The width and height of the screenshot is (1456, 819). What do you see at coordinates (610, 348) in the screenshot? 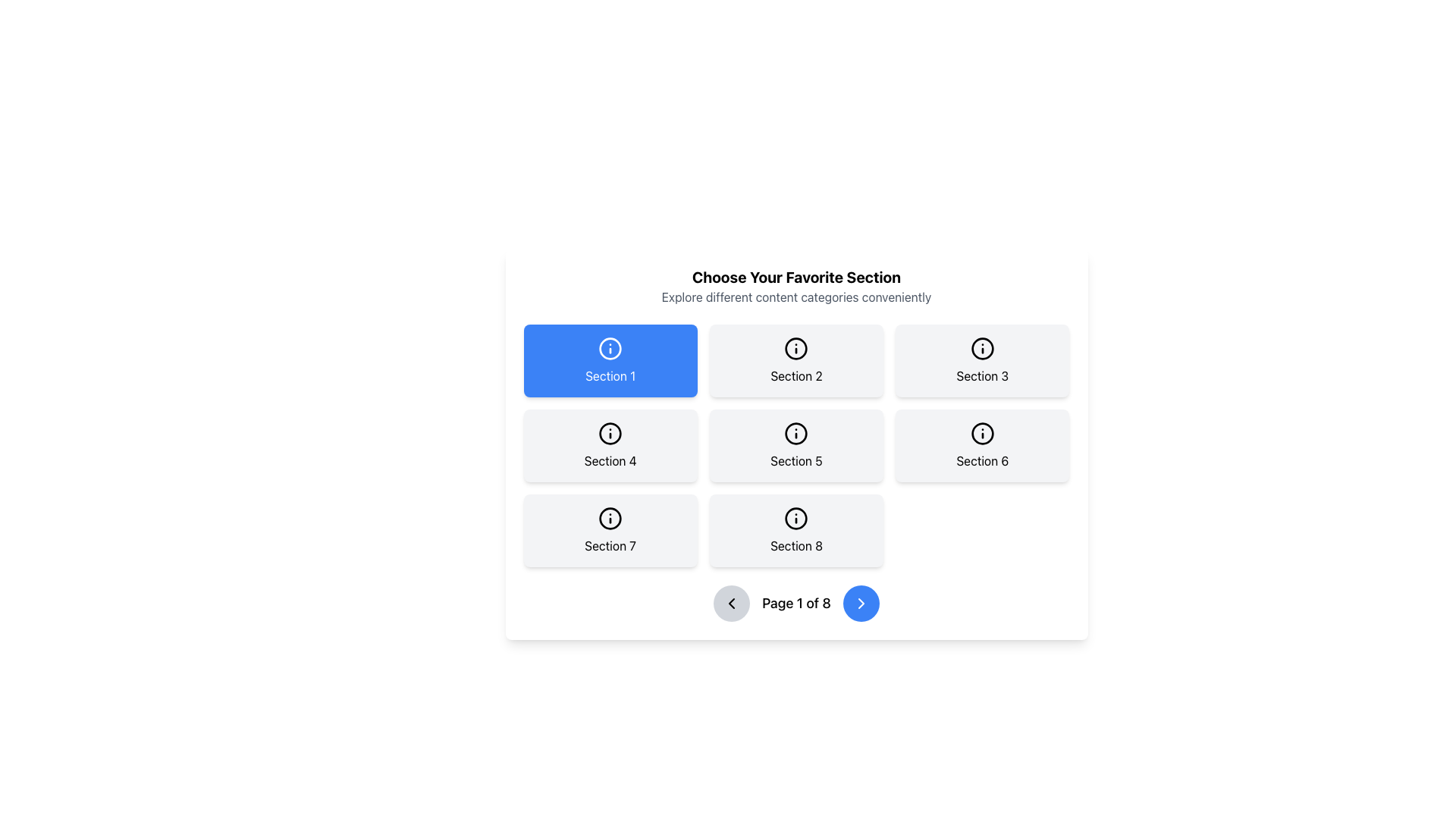
I see `the circular information icon with an 'i' symbol, which is located at the center of the 'Section 1' button in the first row of a 3x3 grid layout` at bounding box center [610, 348].